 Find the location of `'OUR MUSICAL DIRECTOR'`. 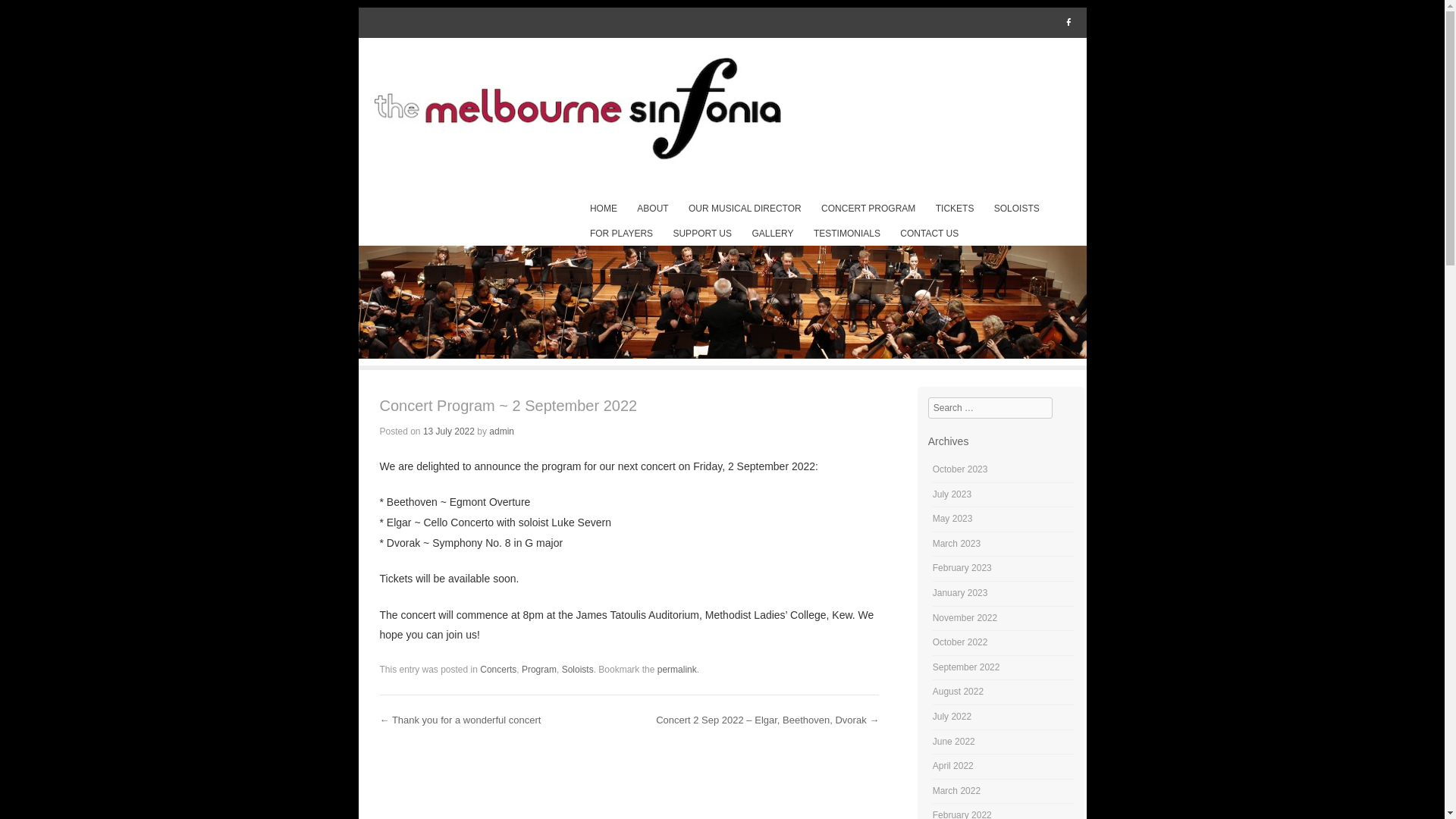

'OUR MUSICAL DIRECTOR' is located at coordinates (745, 209).